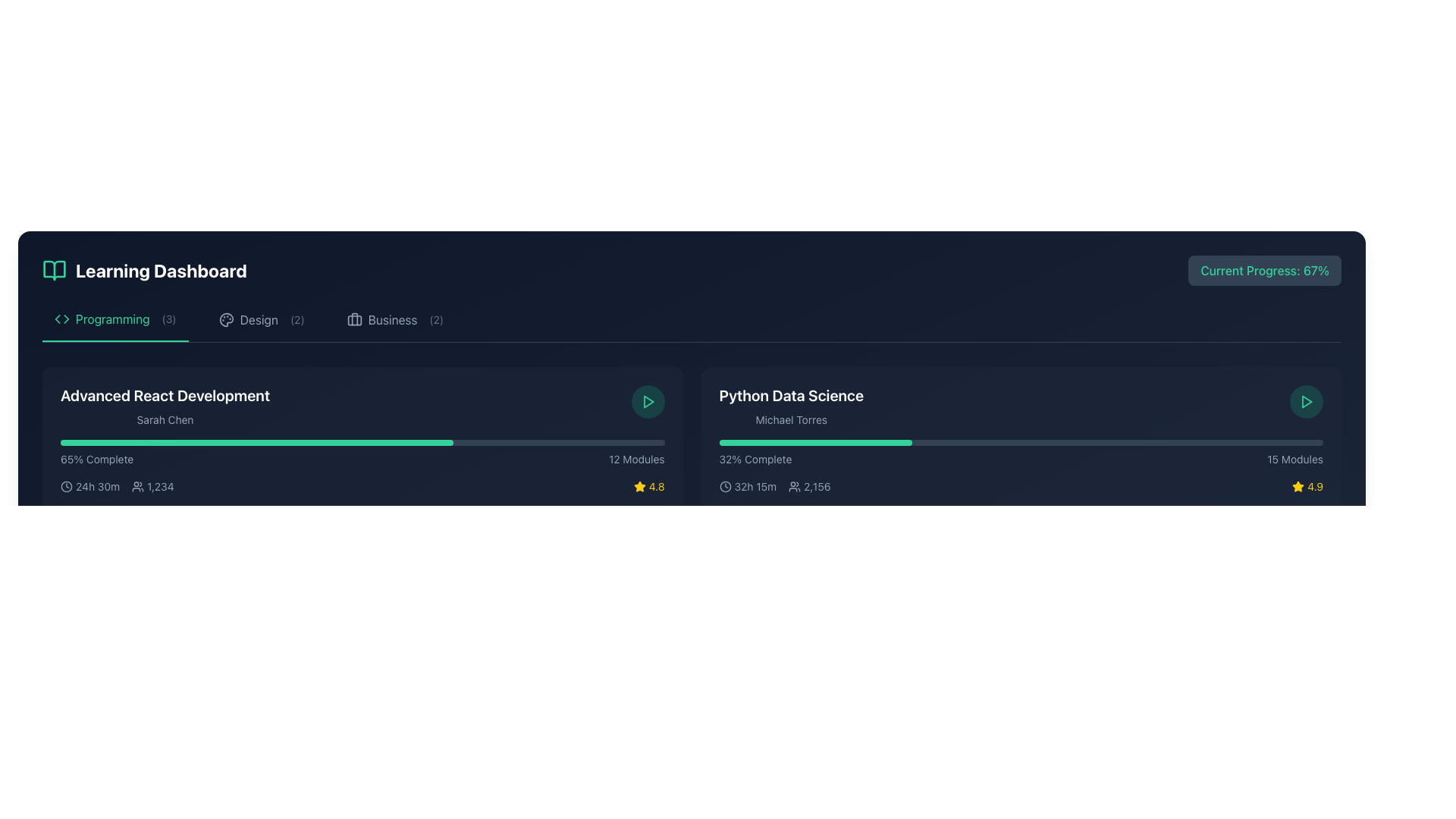  What do you see at coordinates (435, 318) in the screenshot?
I see `the small text label displaying '(2)', which is styled in light gray and located adjacent to the word 'Business' in the Learning Dashboard section` at bounding box center [435, 318].